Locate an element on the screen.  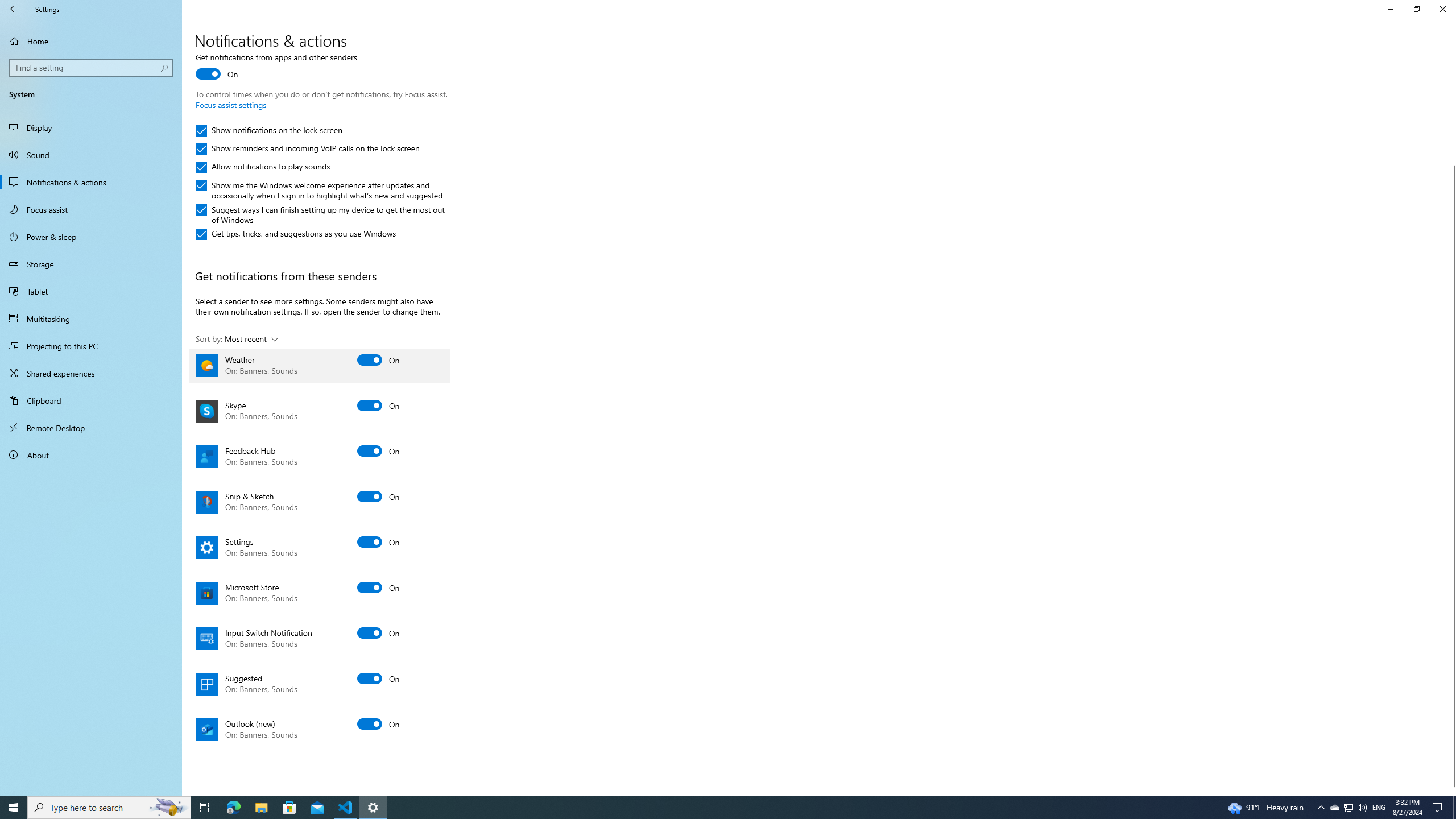
'About' is located at coordinates (90, 454).